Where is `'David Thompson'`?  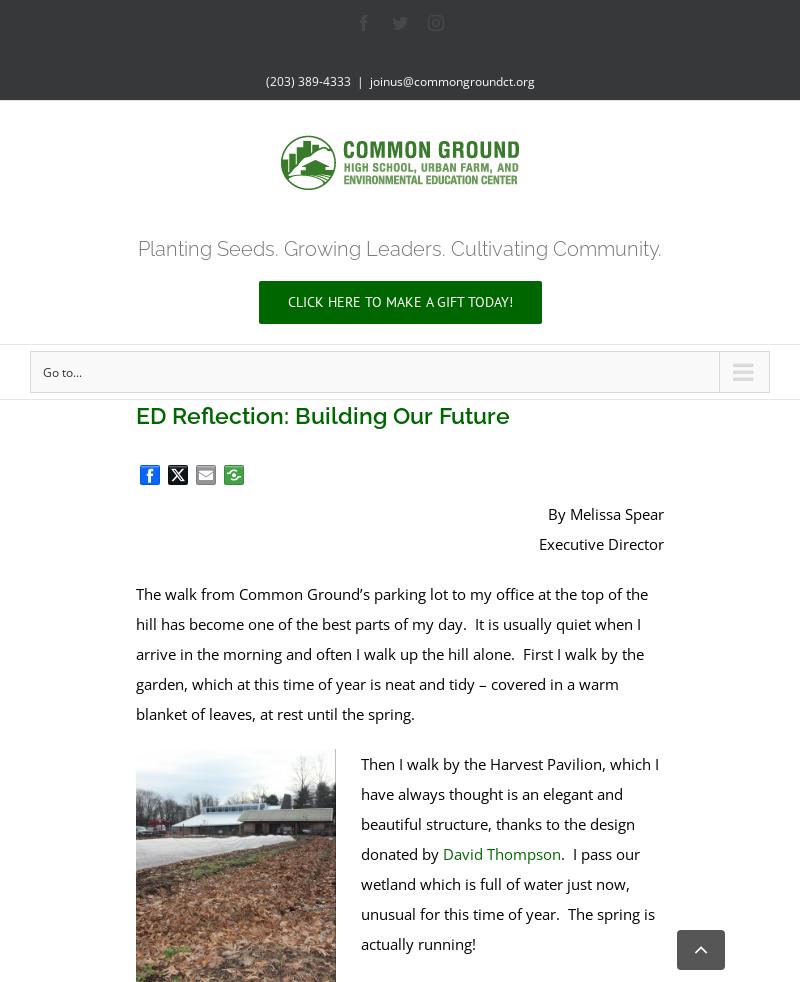
'David Thompson' is located at coordinates (441, 852).